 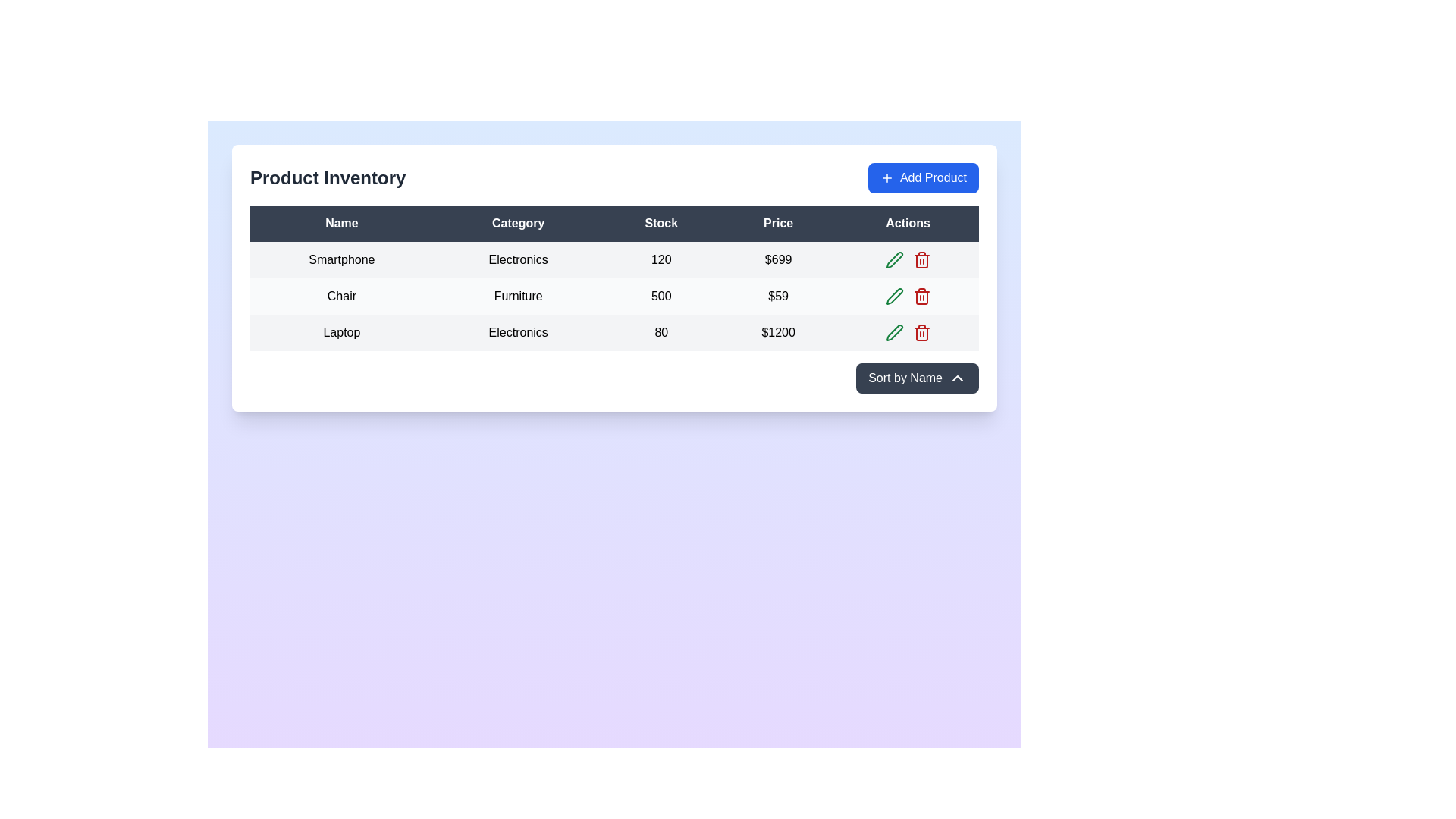 I want to click on the green fountain pen icon located in the 'Actions' column next to the red delete icon for the 'Chair' product item to initiate editing the product details, so click(x=894, y=259).